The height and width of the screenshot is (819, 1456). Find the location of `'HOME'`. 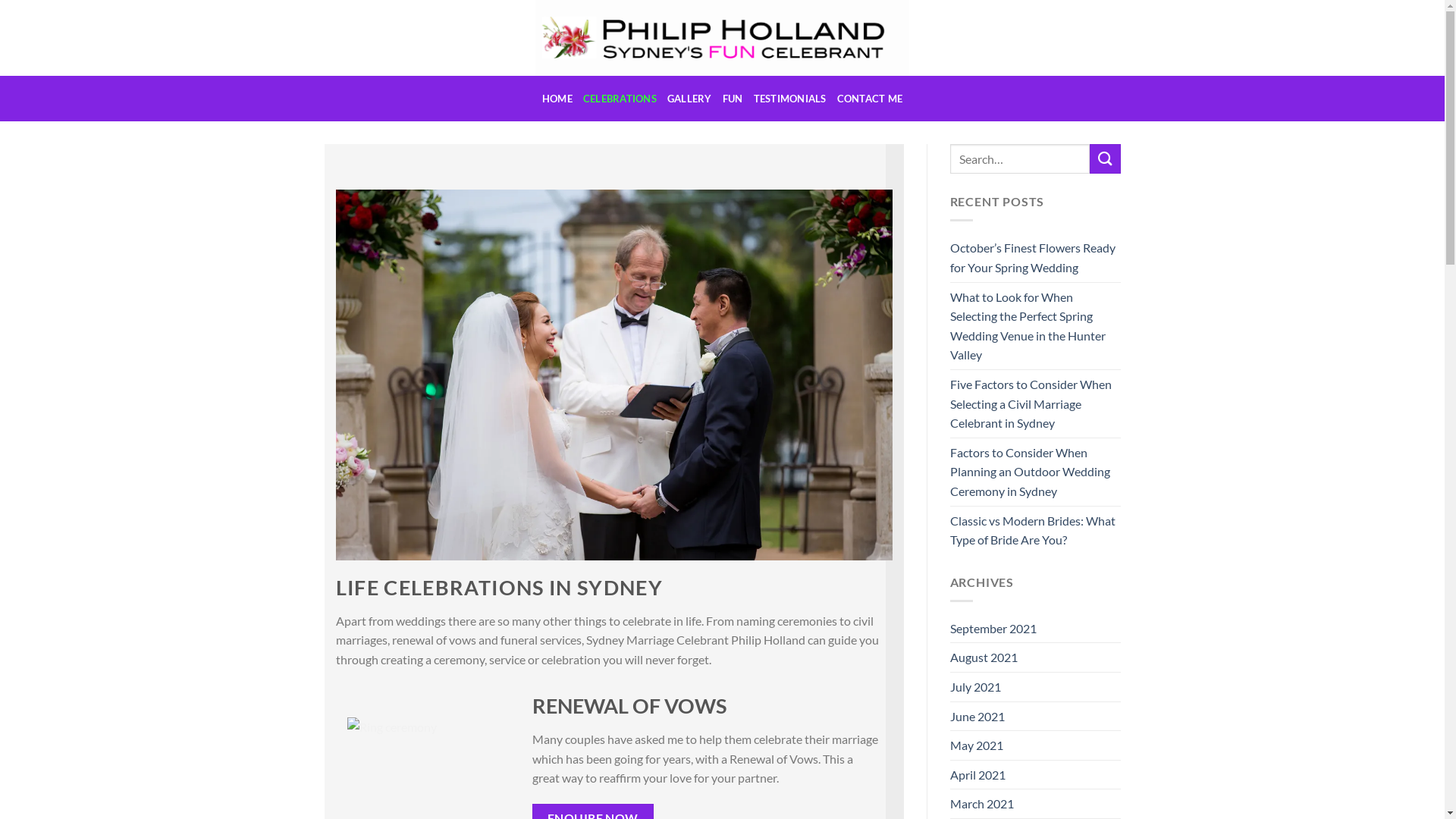

'HOME' is located at coordinates (556, 99).